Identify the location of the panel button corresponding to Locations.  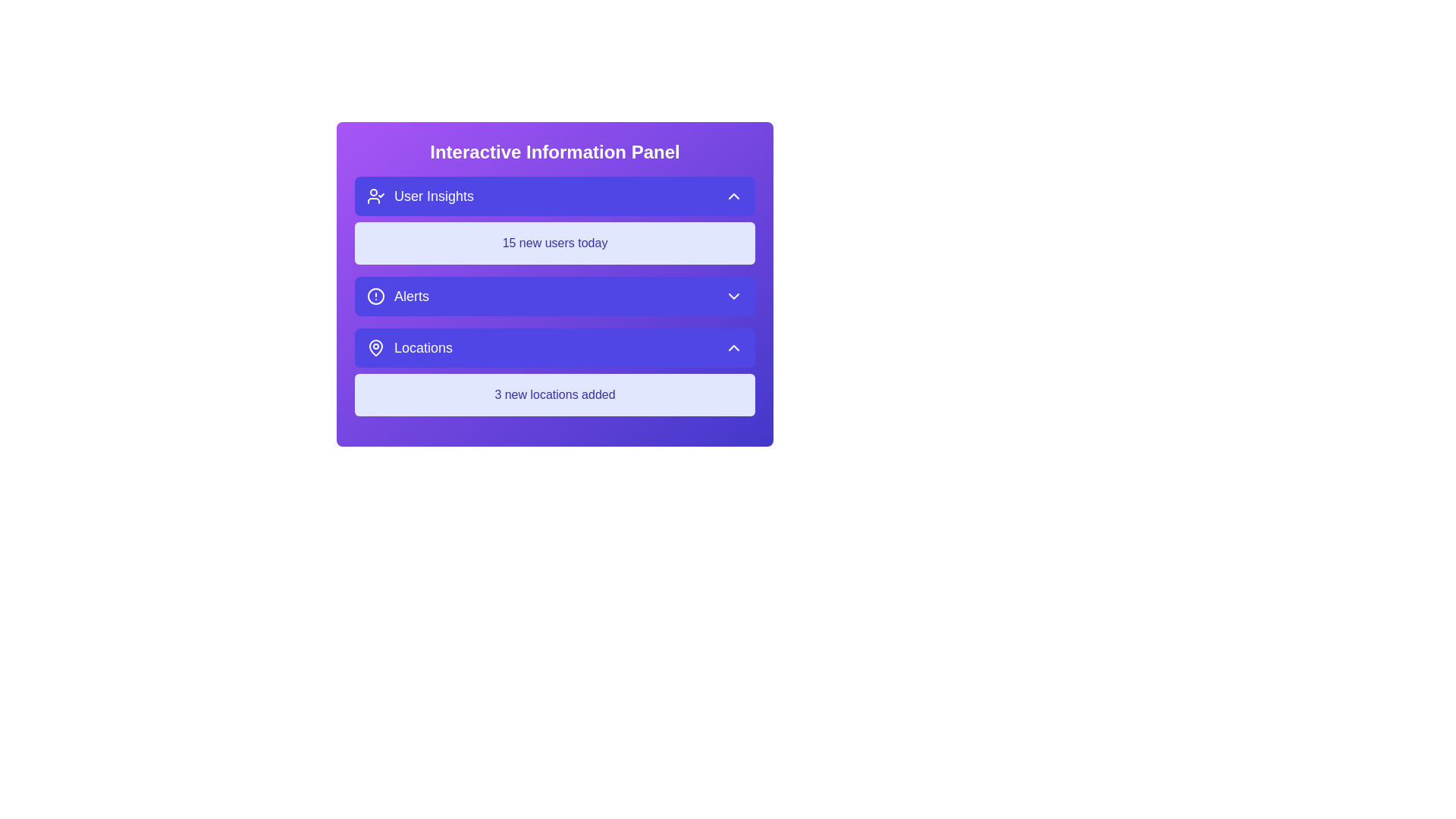
(554, 348).